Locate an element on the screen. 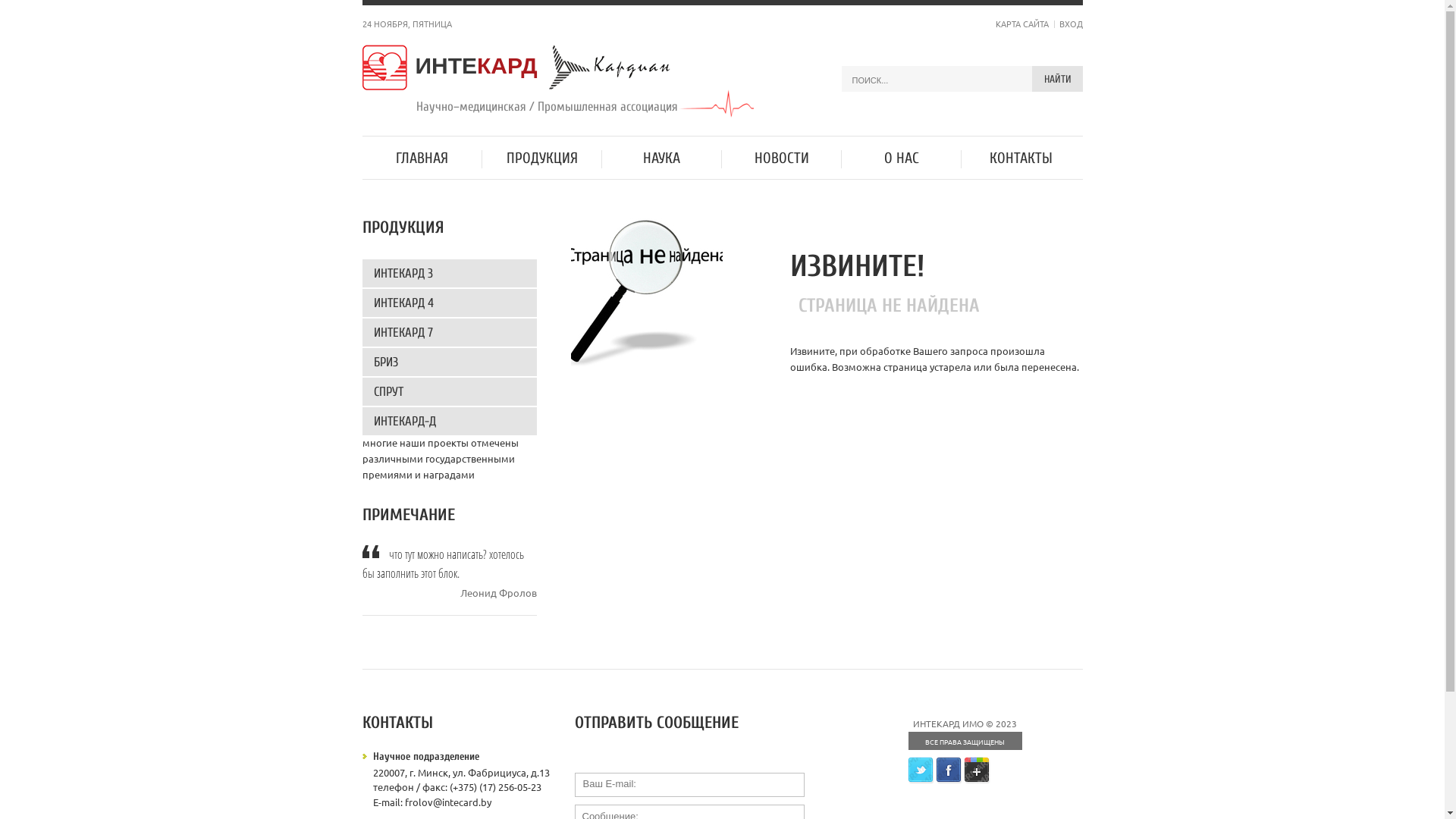  'Facebook' is located at coordinates (948, 765).